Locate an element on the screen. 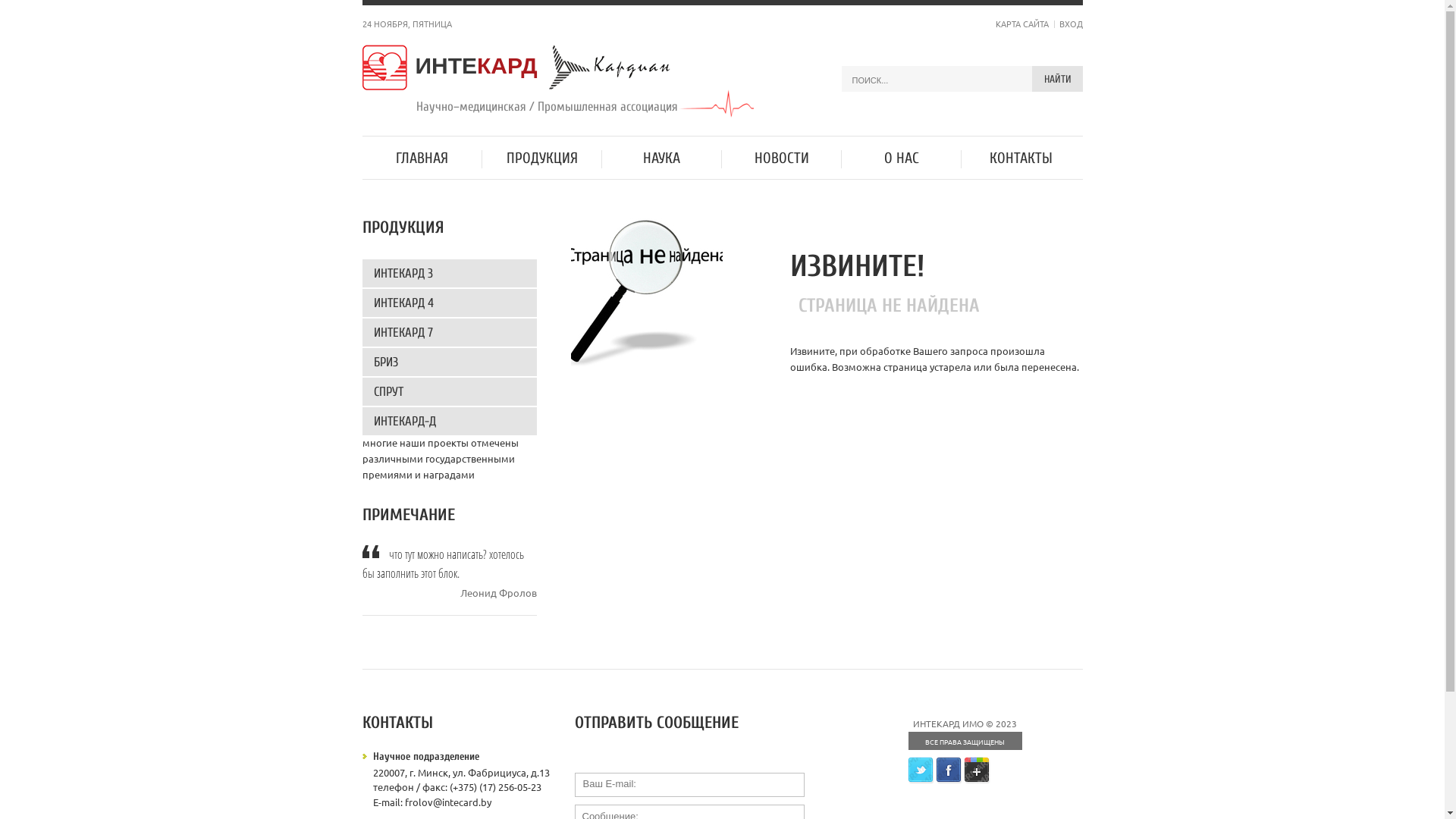  'Facebook' is located at coordinates (948, 765).